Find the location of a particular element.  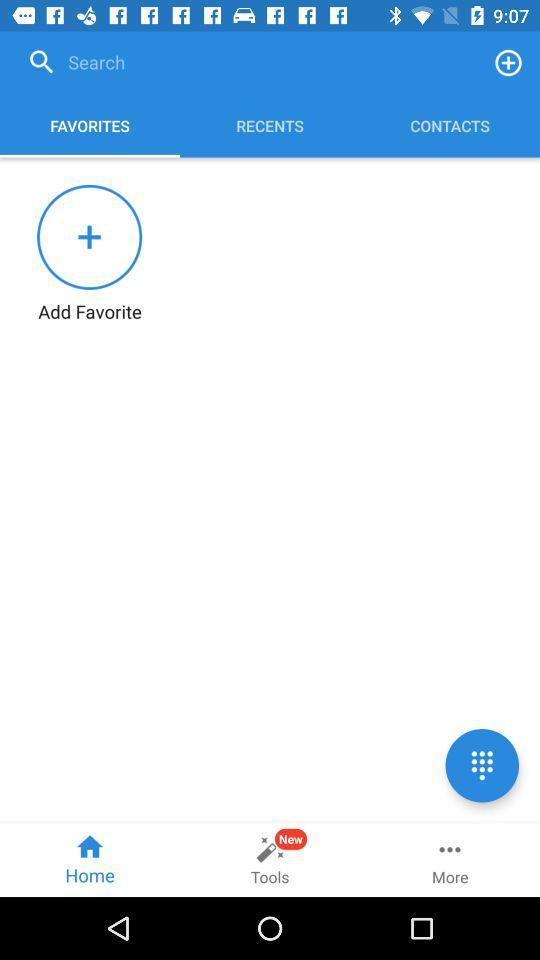

opens up a list of options to choose from is located at coordinates (481, 764).